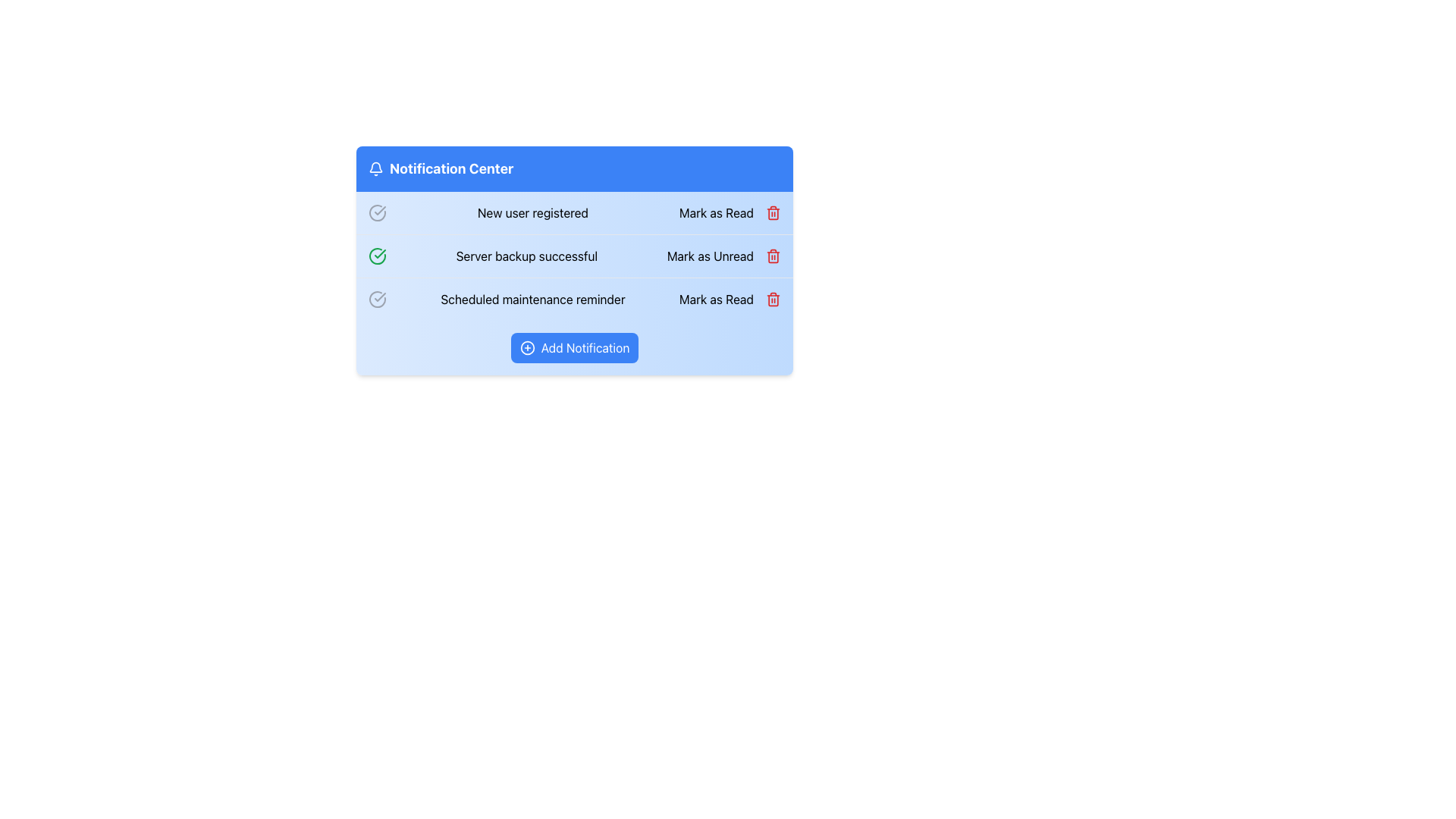  What do you see at coordinates (574, 348) in the screenshot?
I see `the button located in the 'Notification Center' section` at bounding box center [574, 348].